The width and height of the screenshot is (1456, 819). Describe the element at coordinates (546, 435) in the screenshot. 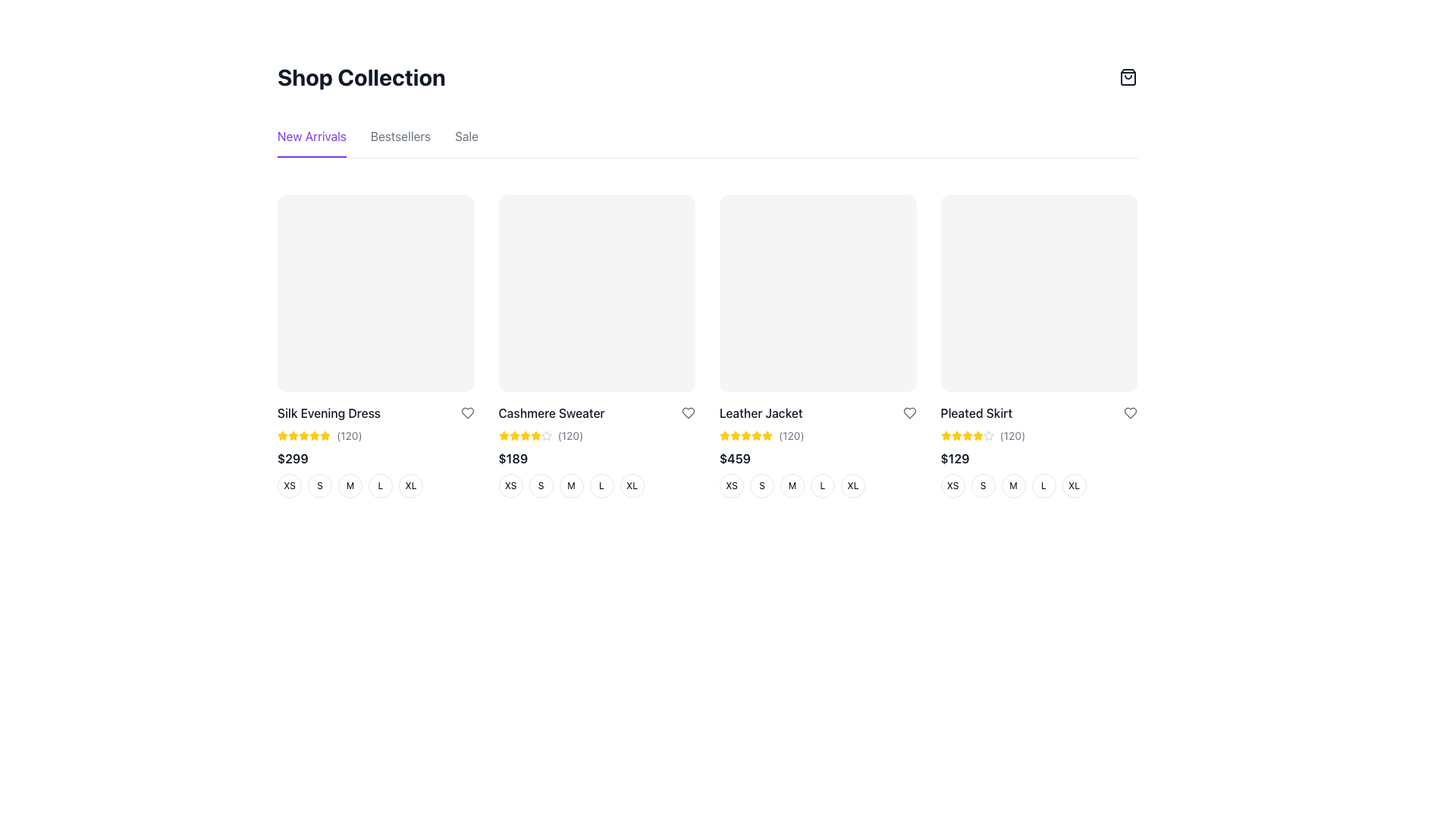

I see `the fifth star icon in the rating system for the 'Cashmere Sweater' product` at that location.